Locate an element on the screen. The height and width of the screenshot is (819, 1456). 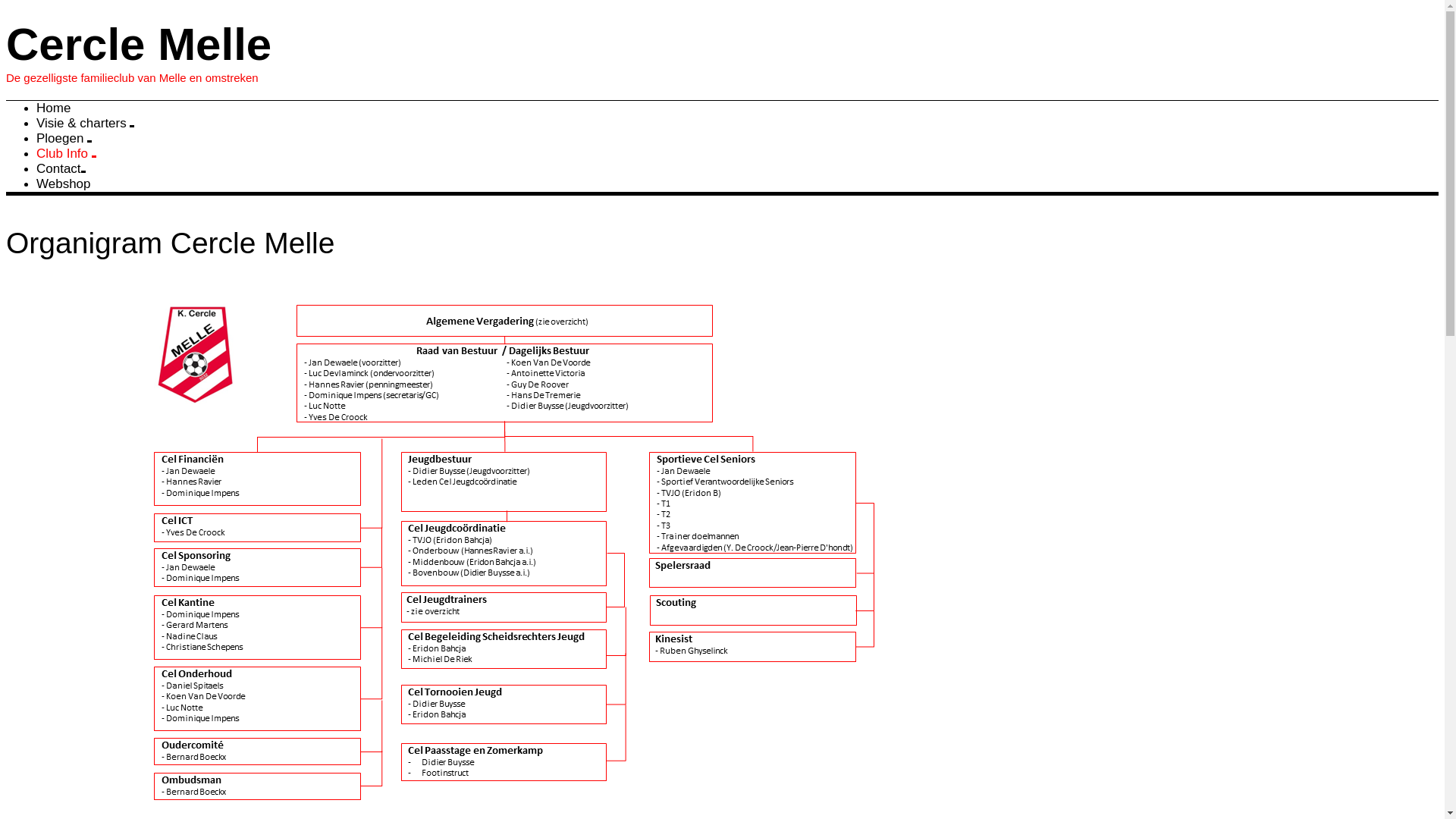
'Visie & charters' is located at coordinates (84, 122).